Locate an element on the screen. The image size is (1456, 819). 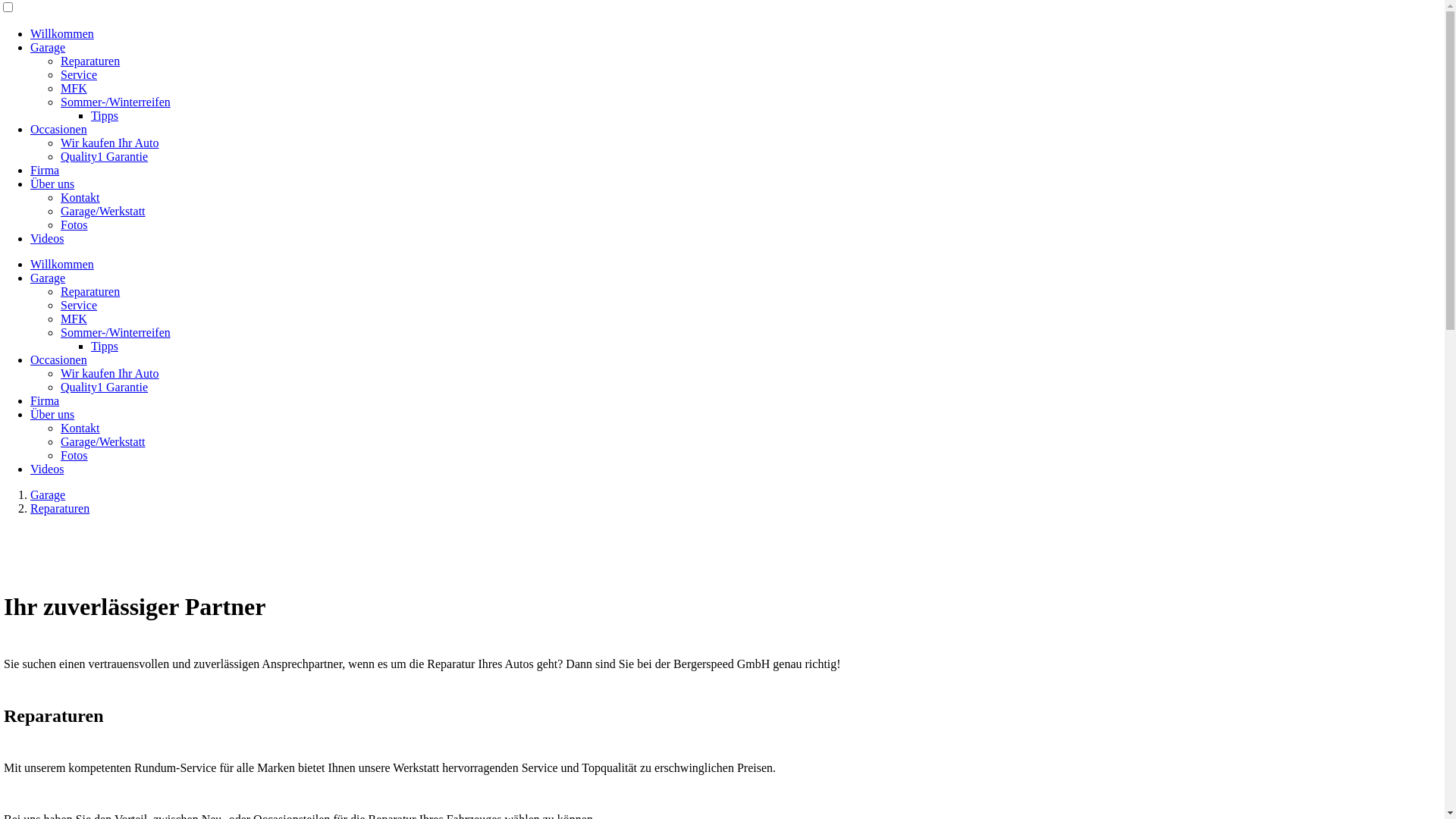
'Videos' is located at coordinates (47, 238).